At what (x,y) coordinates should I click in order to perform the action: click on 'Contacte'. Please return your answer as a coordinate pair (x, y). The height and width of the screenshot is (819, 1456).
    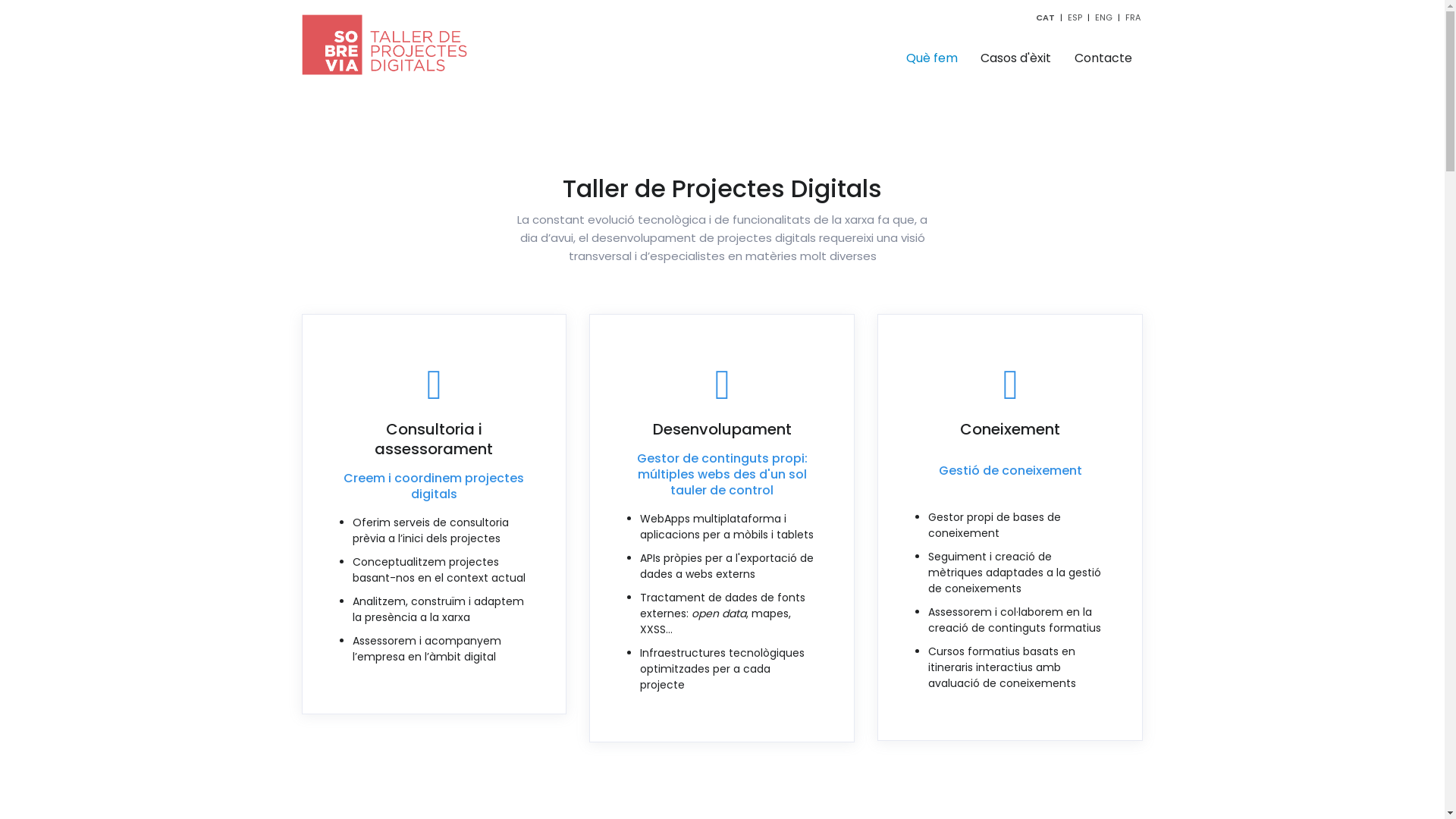
    Looking at the image, I should click on (1103, 57).